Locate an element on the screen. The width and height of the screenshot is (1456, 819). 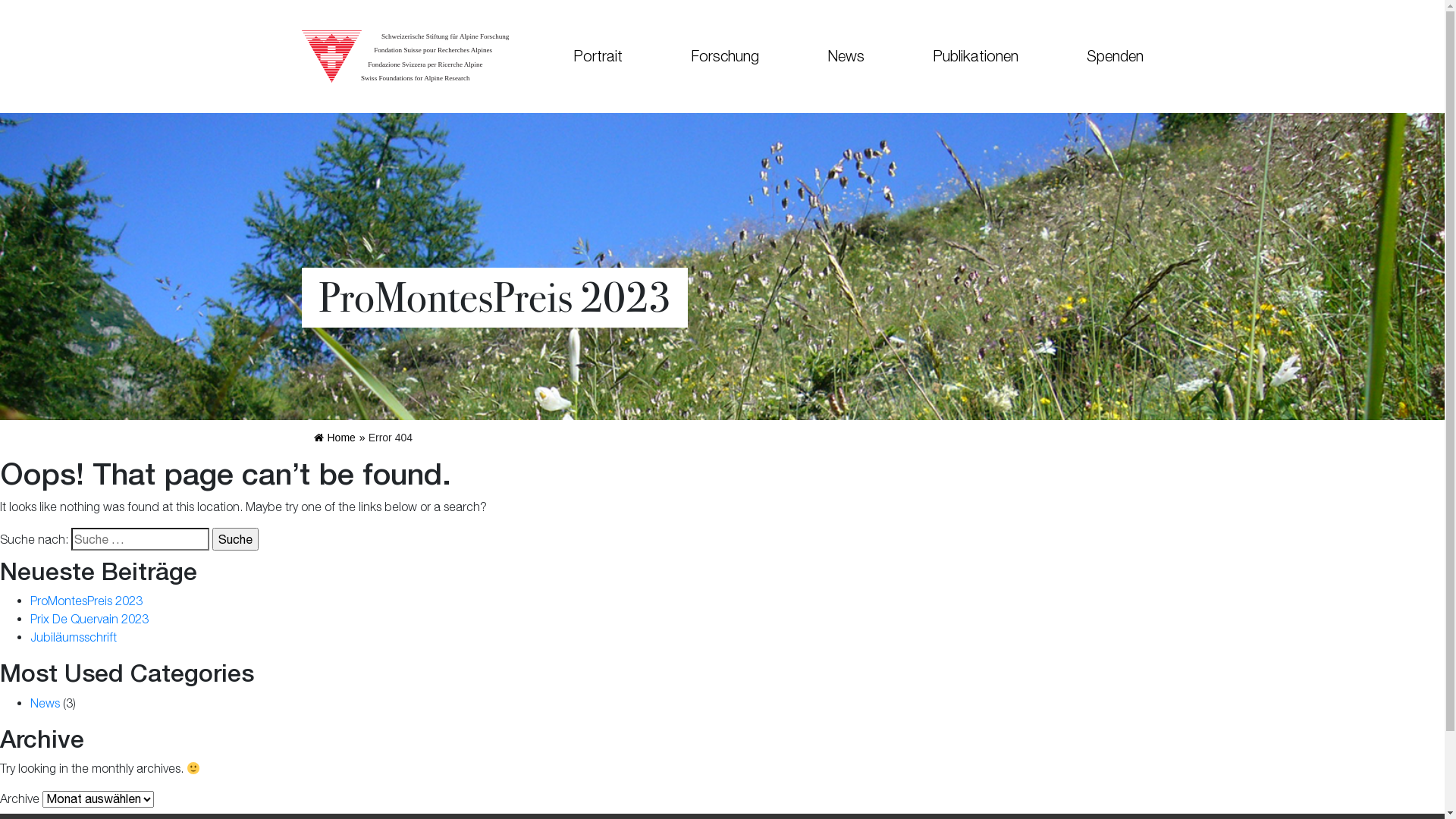
'Publikationen' is located at coordinates (974, 55).